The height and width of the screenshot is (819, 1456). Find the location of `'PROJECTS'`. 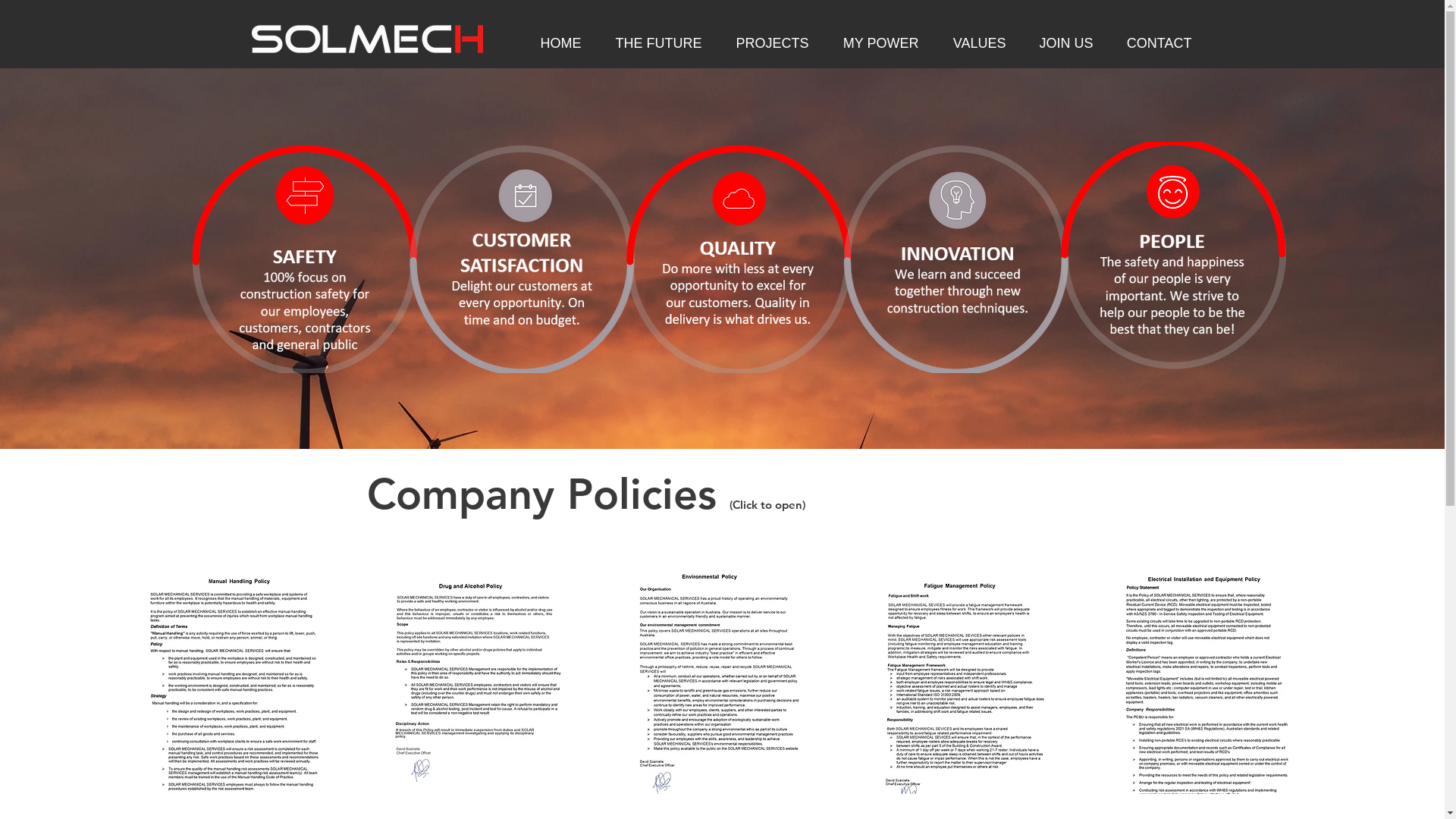

'PROJECTS' is located at coordinates (766, 42).